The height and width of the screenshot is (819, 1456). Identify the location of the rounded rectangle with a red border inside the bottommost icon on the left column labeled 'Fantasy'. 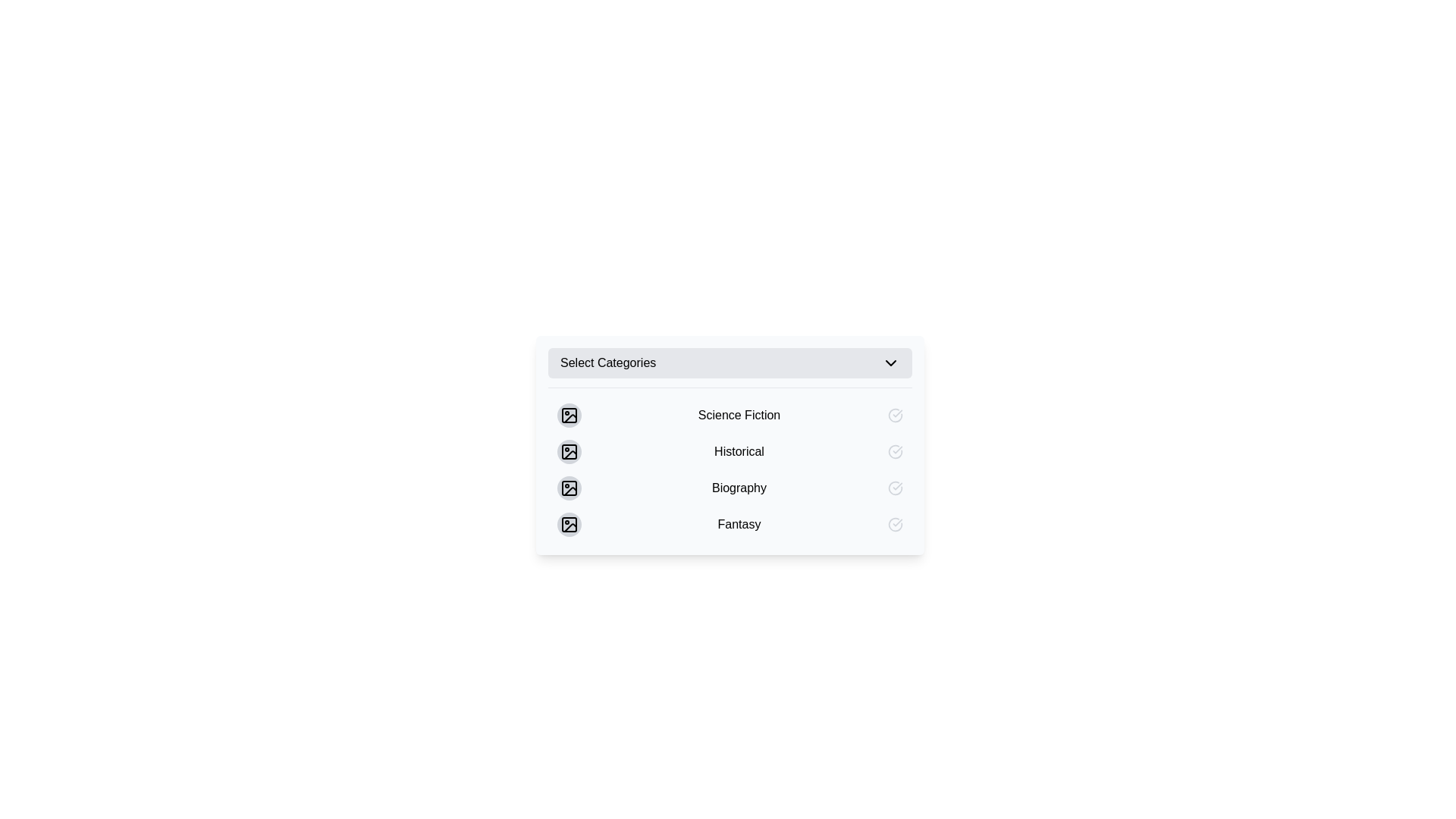
(568, 523).